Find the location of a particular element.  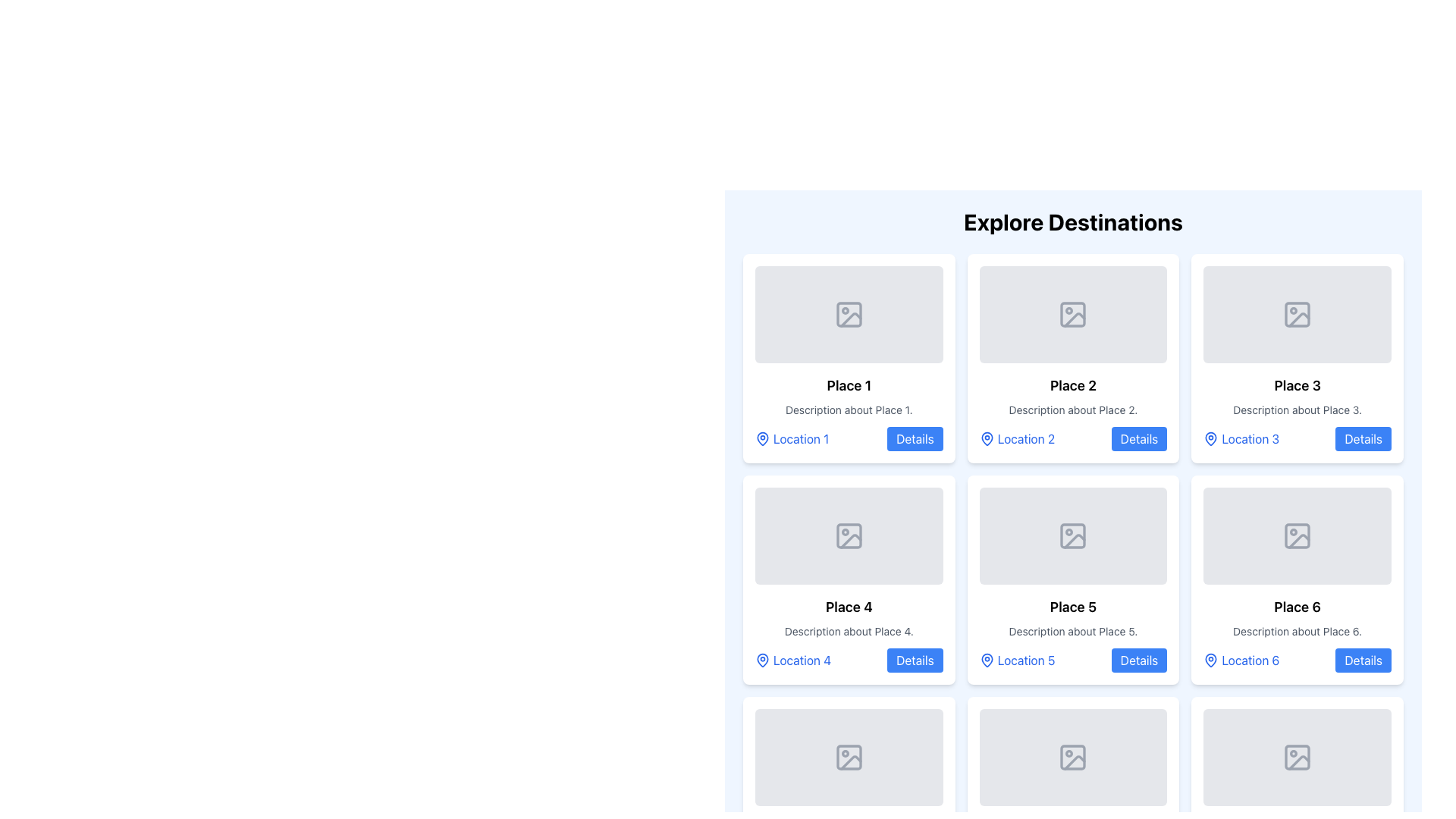

the SVG-based map pin icon located in the third card of a three-column grid layout, positioned to the left of the text labeled 'Location 3.' is located at coordinates (1210, 438).